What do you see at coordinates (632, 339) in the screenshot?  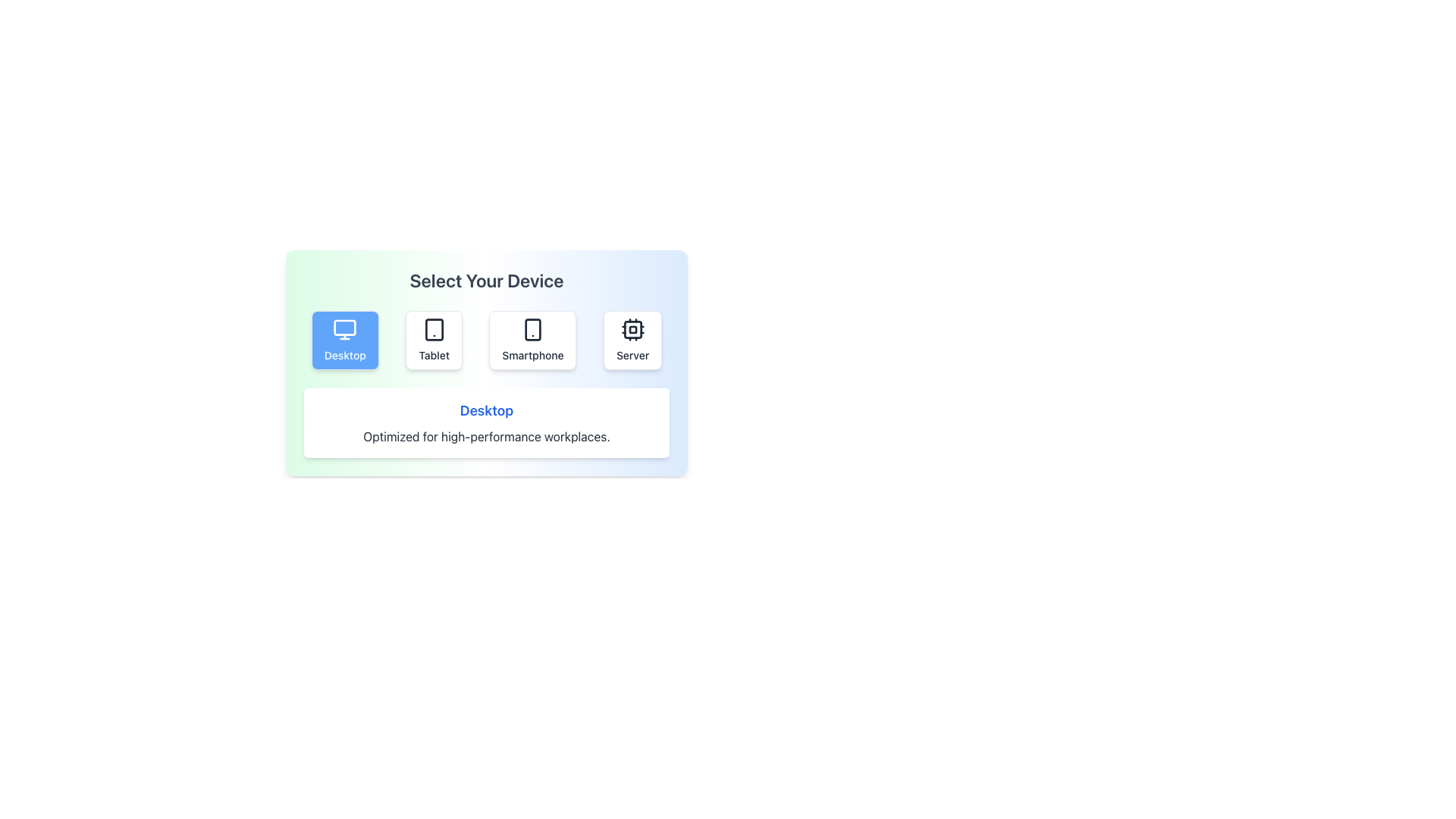 I see `the fourth button labeled 'Server' with a CPU icon` at bounding box center [632, 339].